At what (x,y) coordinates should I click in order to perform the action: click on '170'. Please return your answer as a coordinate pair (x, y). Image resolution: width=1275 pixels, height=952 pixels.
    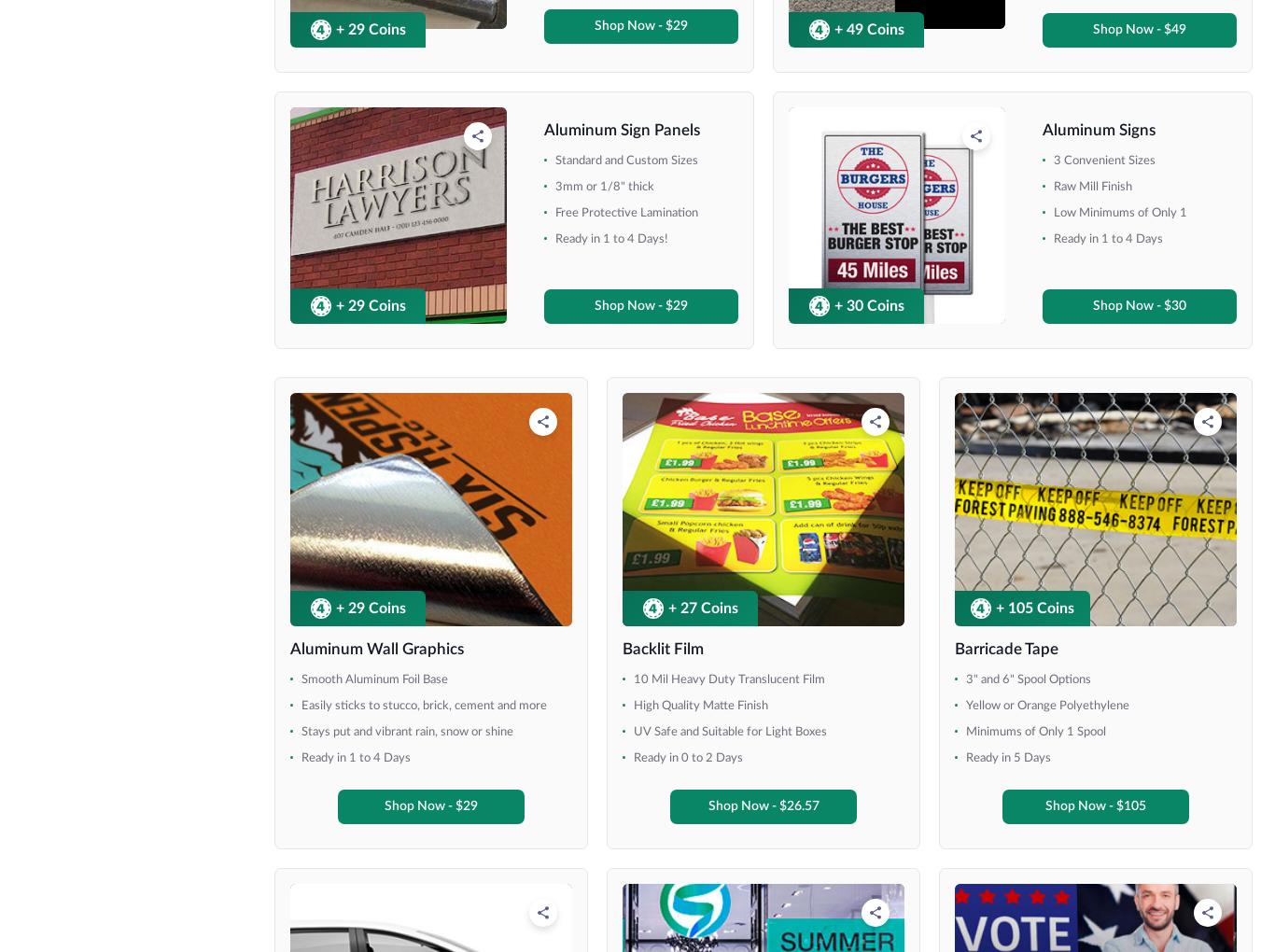
    Looking at the image, I should click on (688, 31).